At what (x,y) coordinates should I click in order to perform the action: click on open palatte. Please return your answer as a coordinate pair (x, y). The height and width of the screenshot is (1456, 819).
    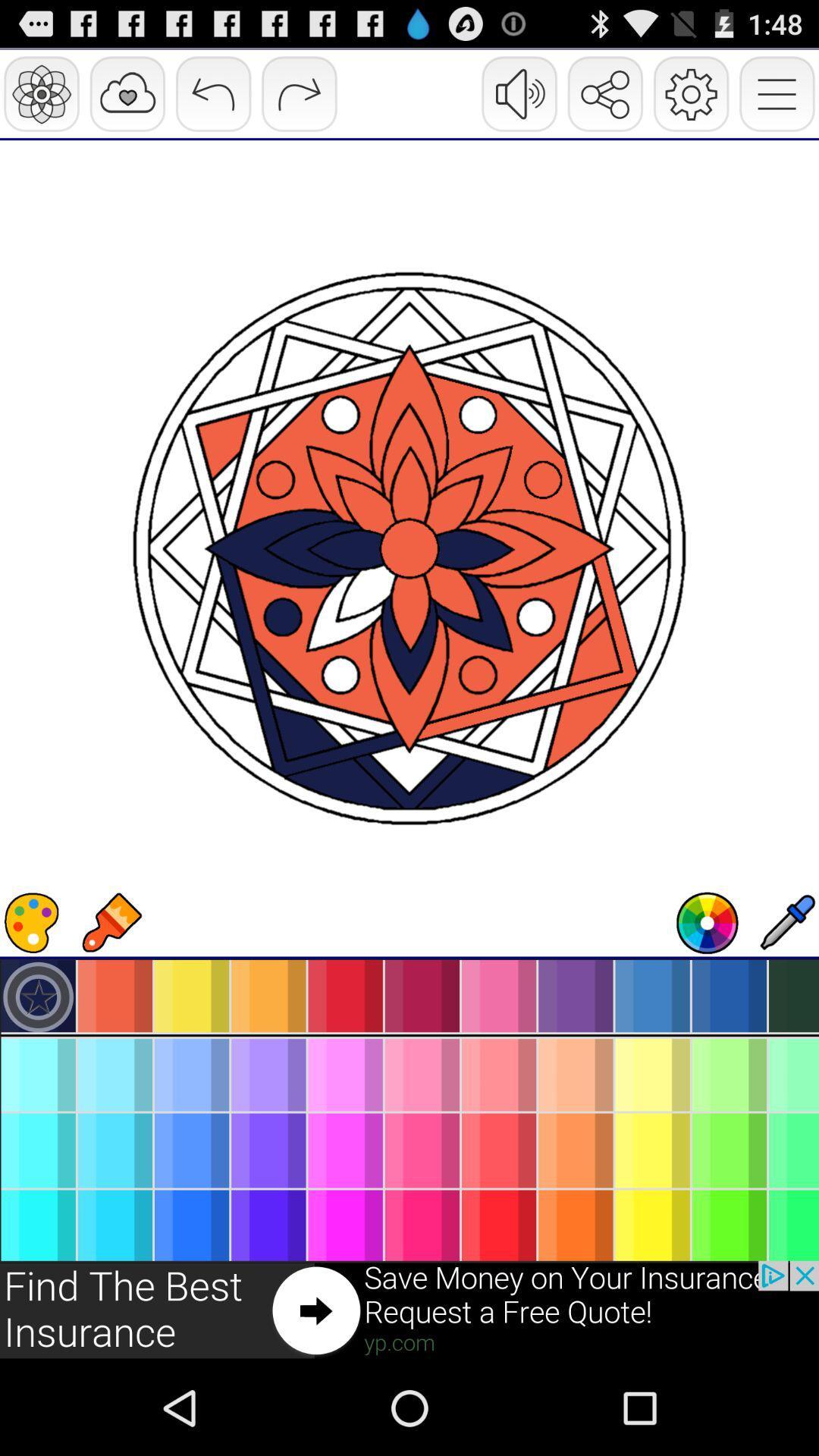
    Looking at the image, I should click on (32, 922).